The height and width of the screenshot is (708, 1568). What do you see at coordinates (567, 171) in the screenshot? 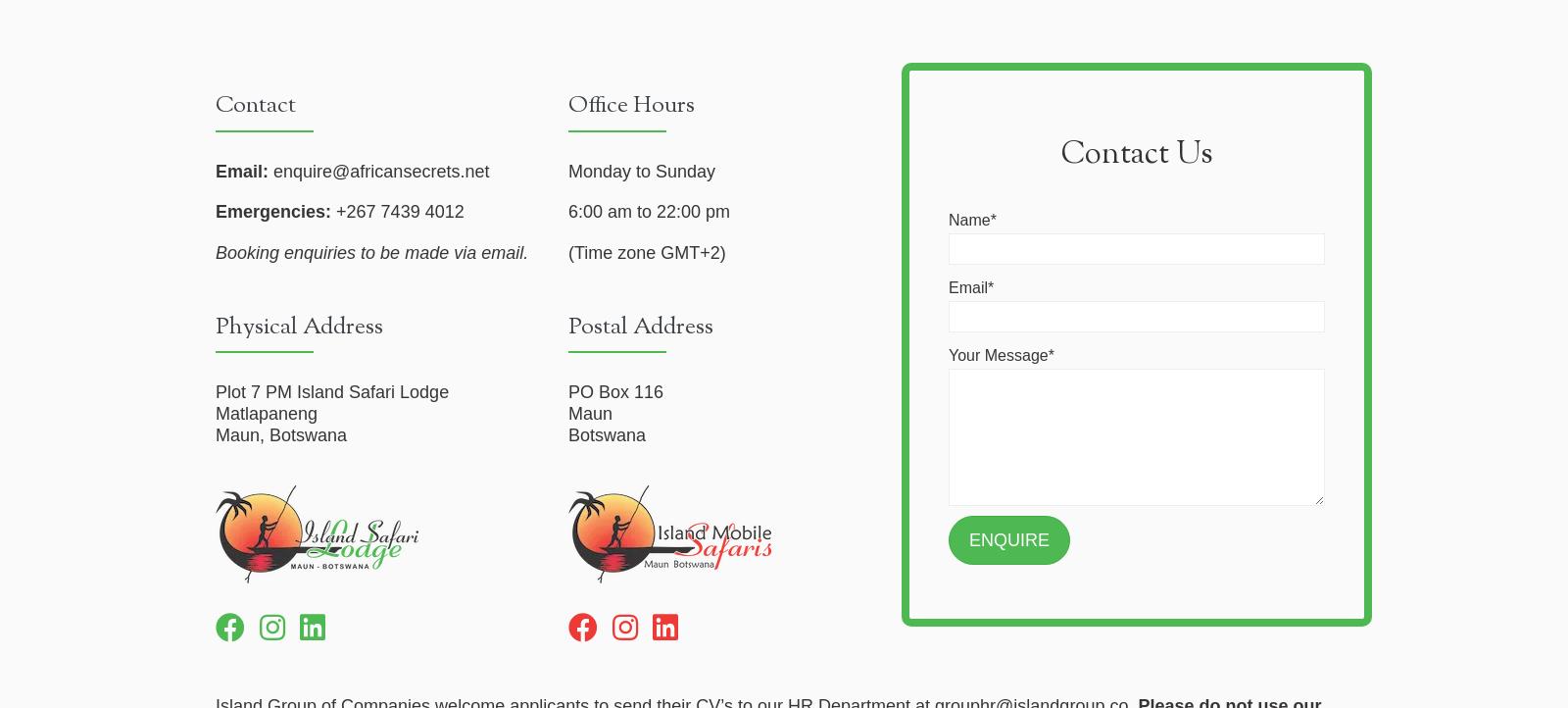
I see `'Monday to Sunday'` at bounding box center [567, 171].